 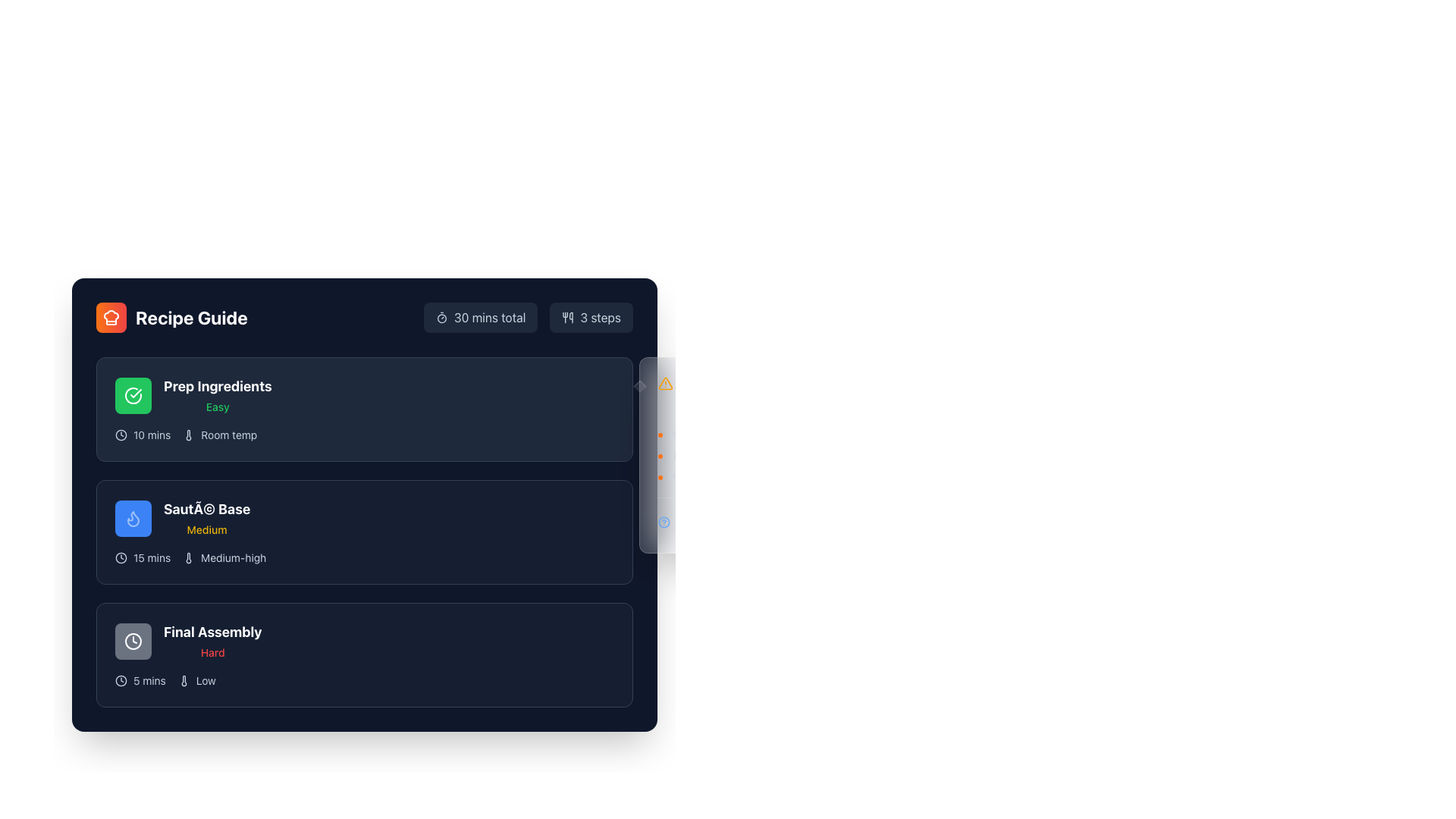 What do you see at coordinates (188, 558) in the screenshot?
I see `the thermometer bar icon associated with the 'Sauté Base' list item, which visually represents temperature` at bounding box center [188, 558].